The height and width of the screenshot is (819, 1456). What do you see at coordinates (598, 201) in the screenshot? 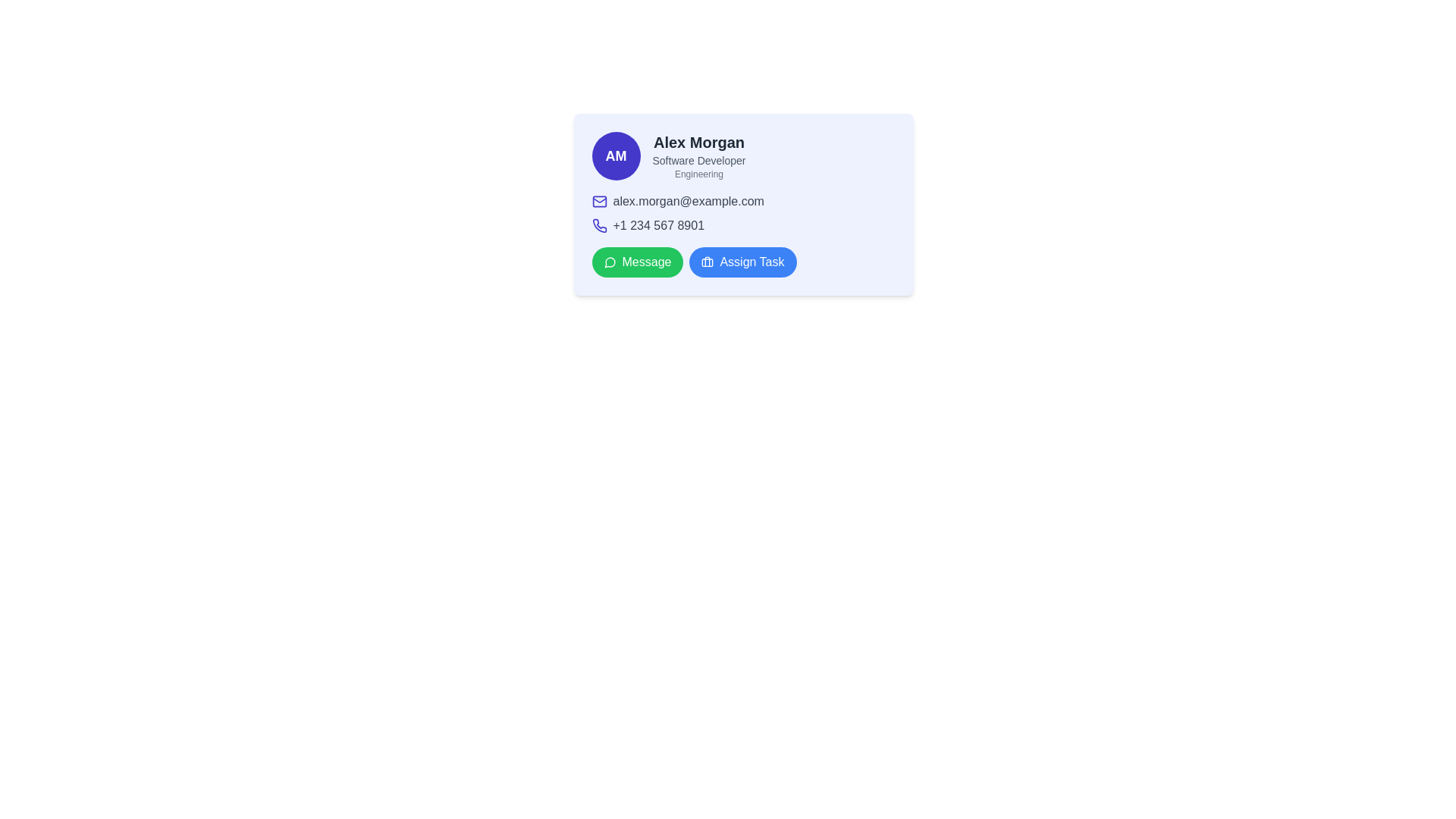
I see `the envelope-shaped icon with a vibrant indigo color, located to the left of the email text 'alex.morgan@example.com'` at bounding box center [598, 201].